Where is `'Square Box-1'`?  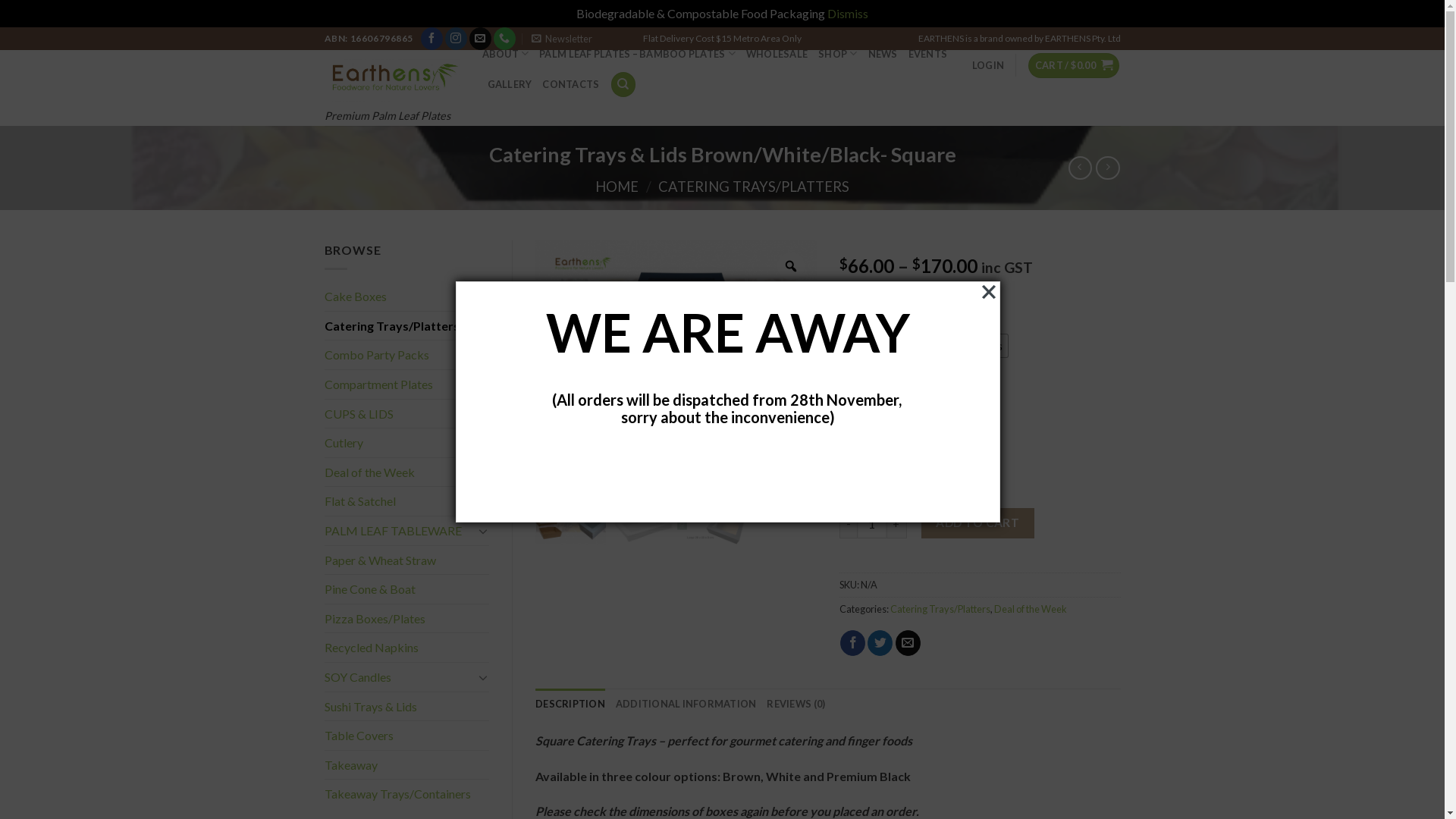 'Square Box-1' is located at coordinates (570, 510).